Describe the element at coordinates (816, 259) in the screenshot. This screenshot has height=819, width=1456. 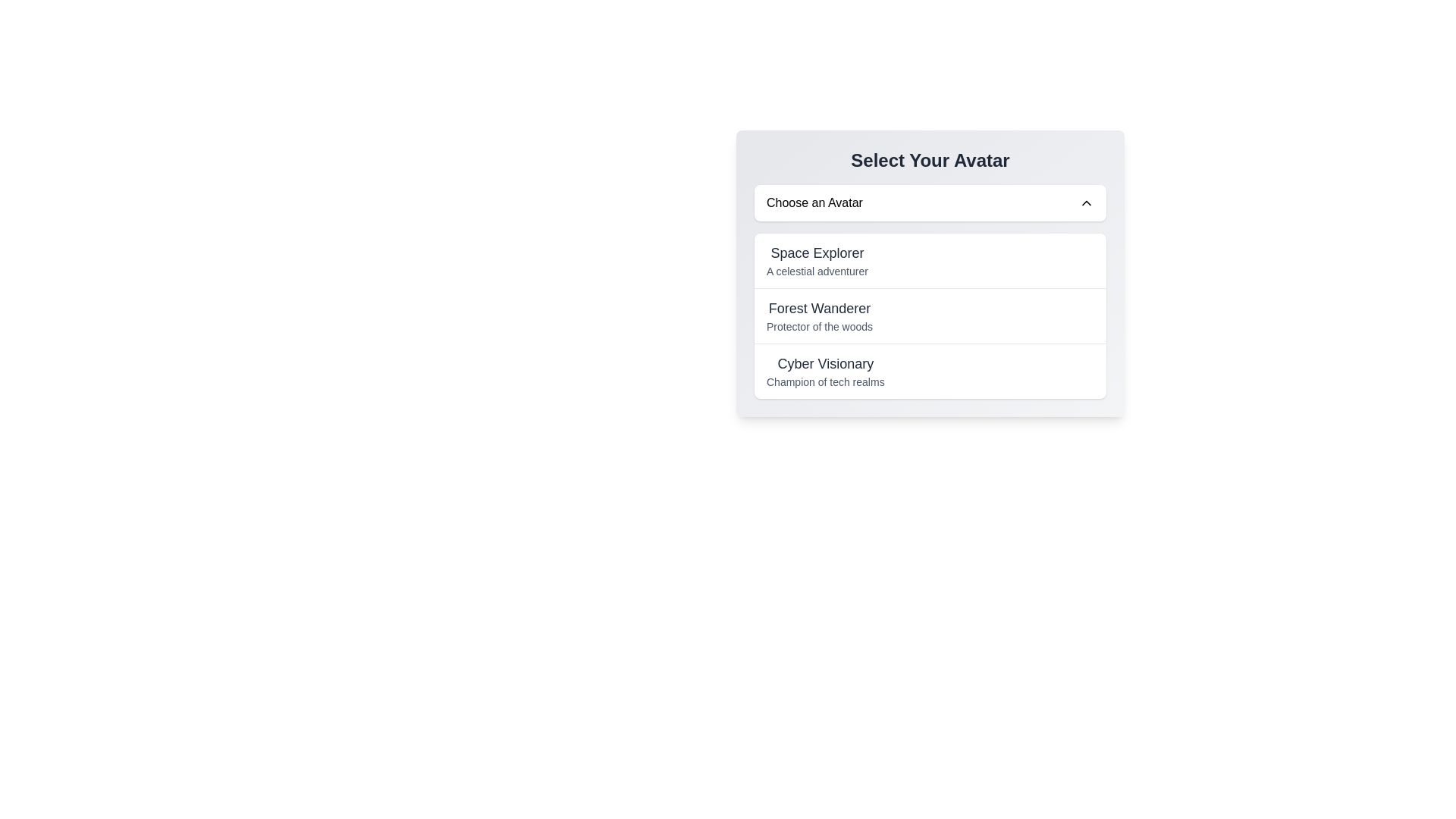
I see `the Text label representing the 'Space Explorer' avatar option, which includes the title 'Space Explorer' and the description 'A celestial adventurer'. This element is located below the 'Choose an Avatar' dropdown and above the 'Forest Wanderer' and 'Cyber Visionary' options` at that location.